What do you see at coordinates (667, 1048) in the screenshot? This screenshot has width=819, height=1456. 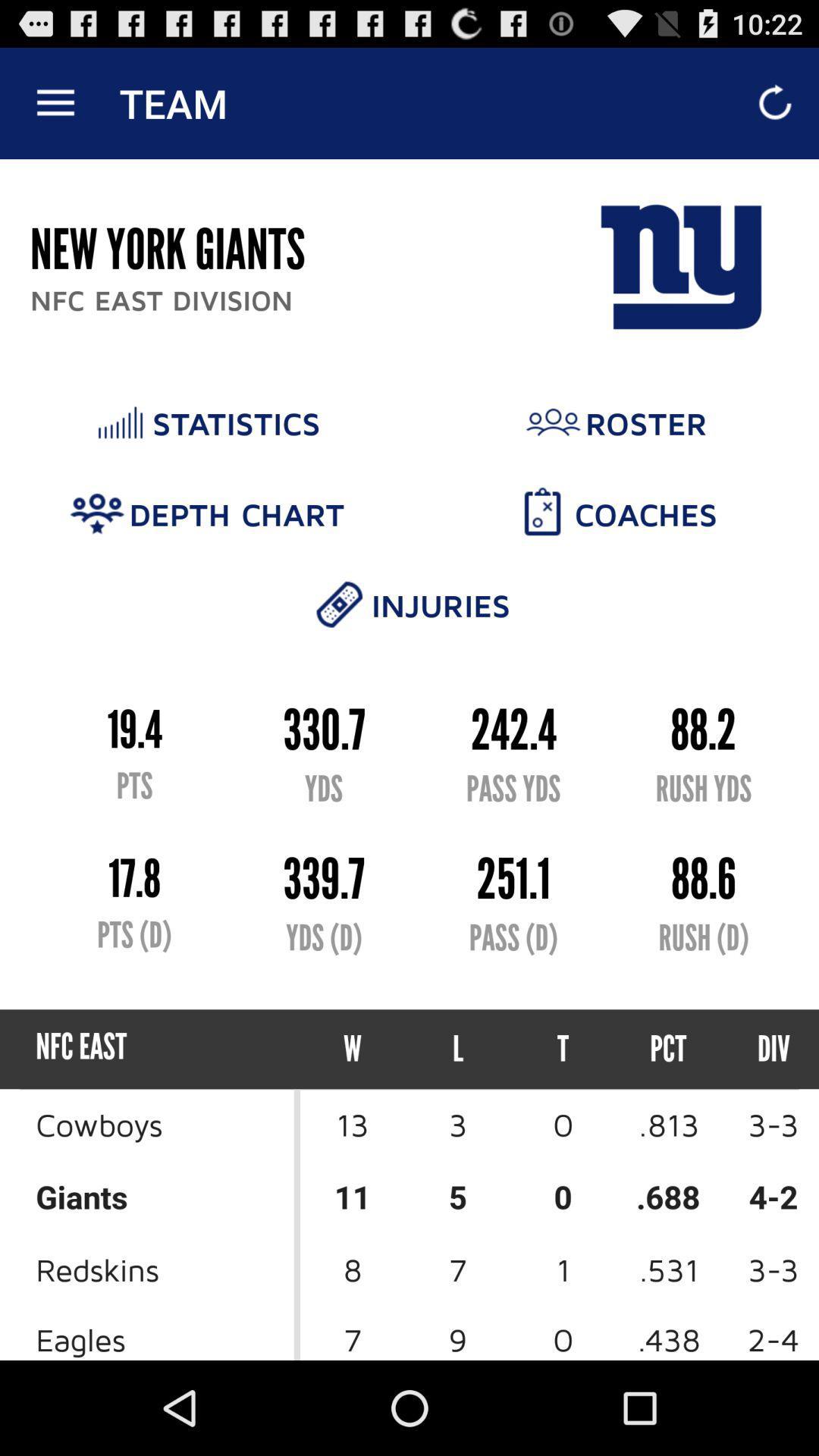 I see `the pct` at bounding box center [667, 1048].